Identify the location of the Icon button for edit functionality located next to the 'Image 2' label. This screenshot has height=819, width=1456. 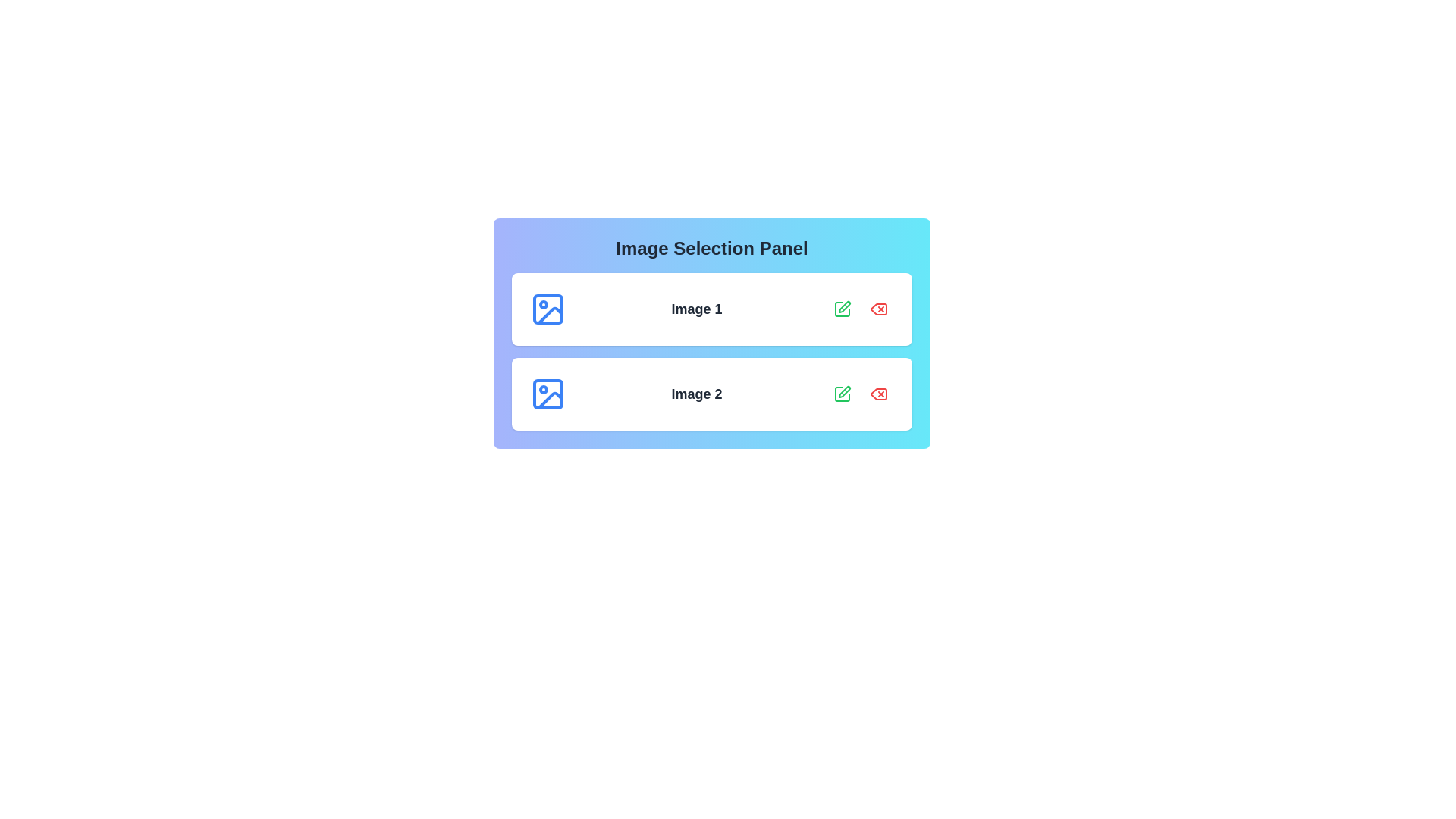
(841, 394).